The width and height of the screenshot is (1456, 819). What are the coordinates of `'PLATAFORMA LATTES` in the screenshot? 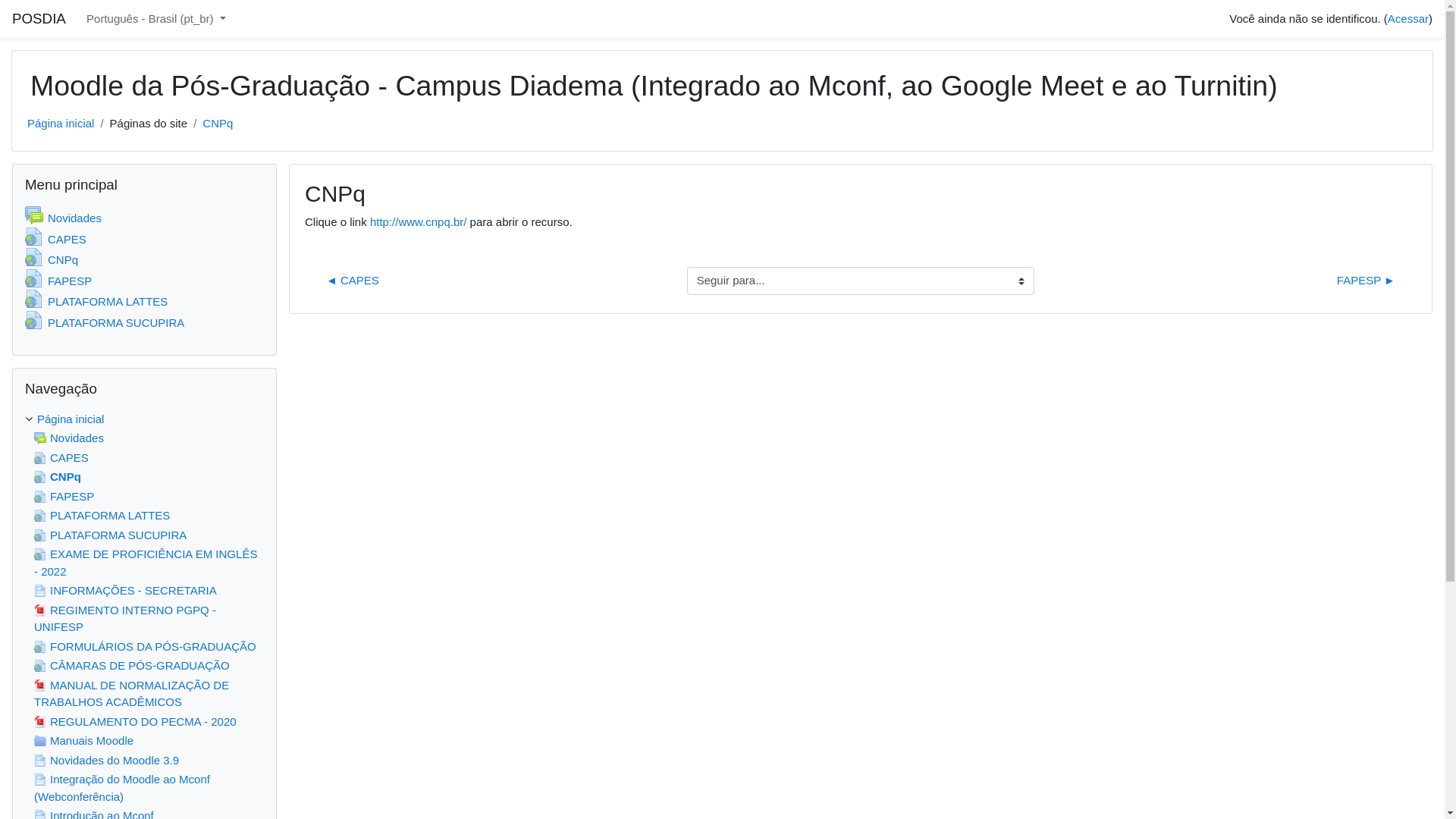 It's located at (95, 301).